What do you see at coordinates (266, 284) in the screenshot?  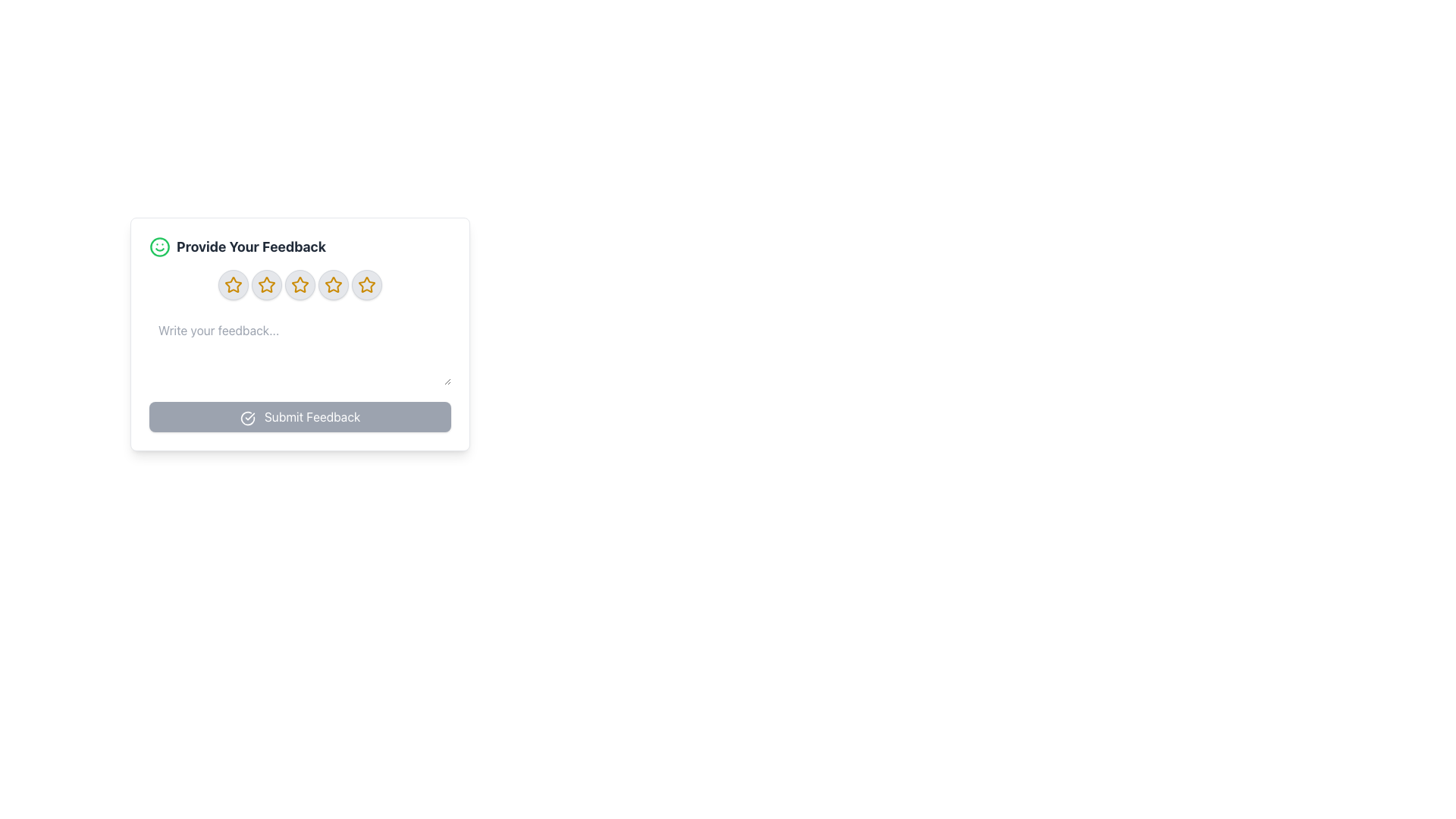 I see `the second star button` at bounding box center [266, 284].